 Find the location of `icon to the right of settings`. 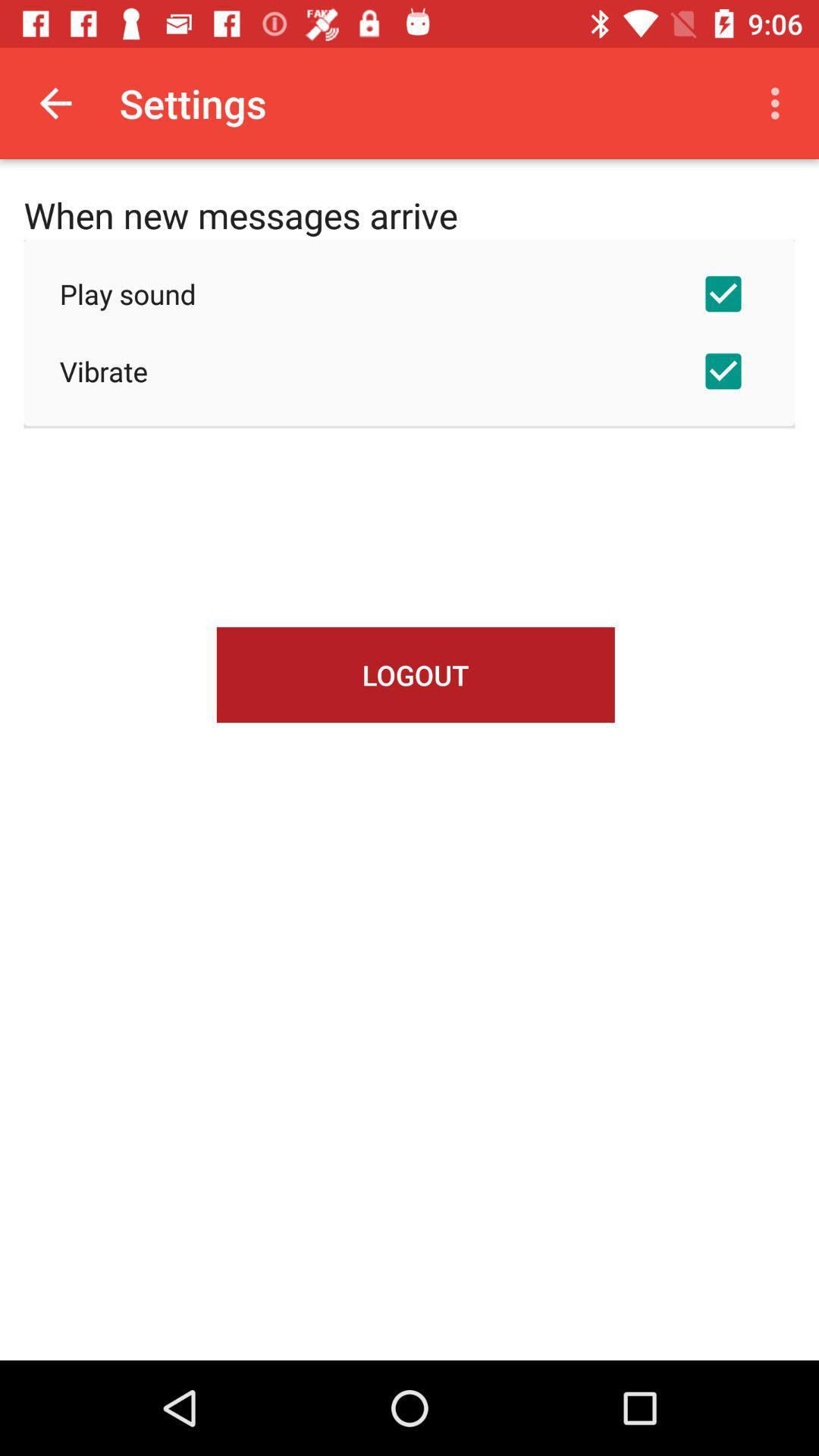

icon to the right of settings is located at coordinates (779, 102).